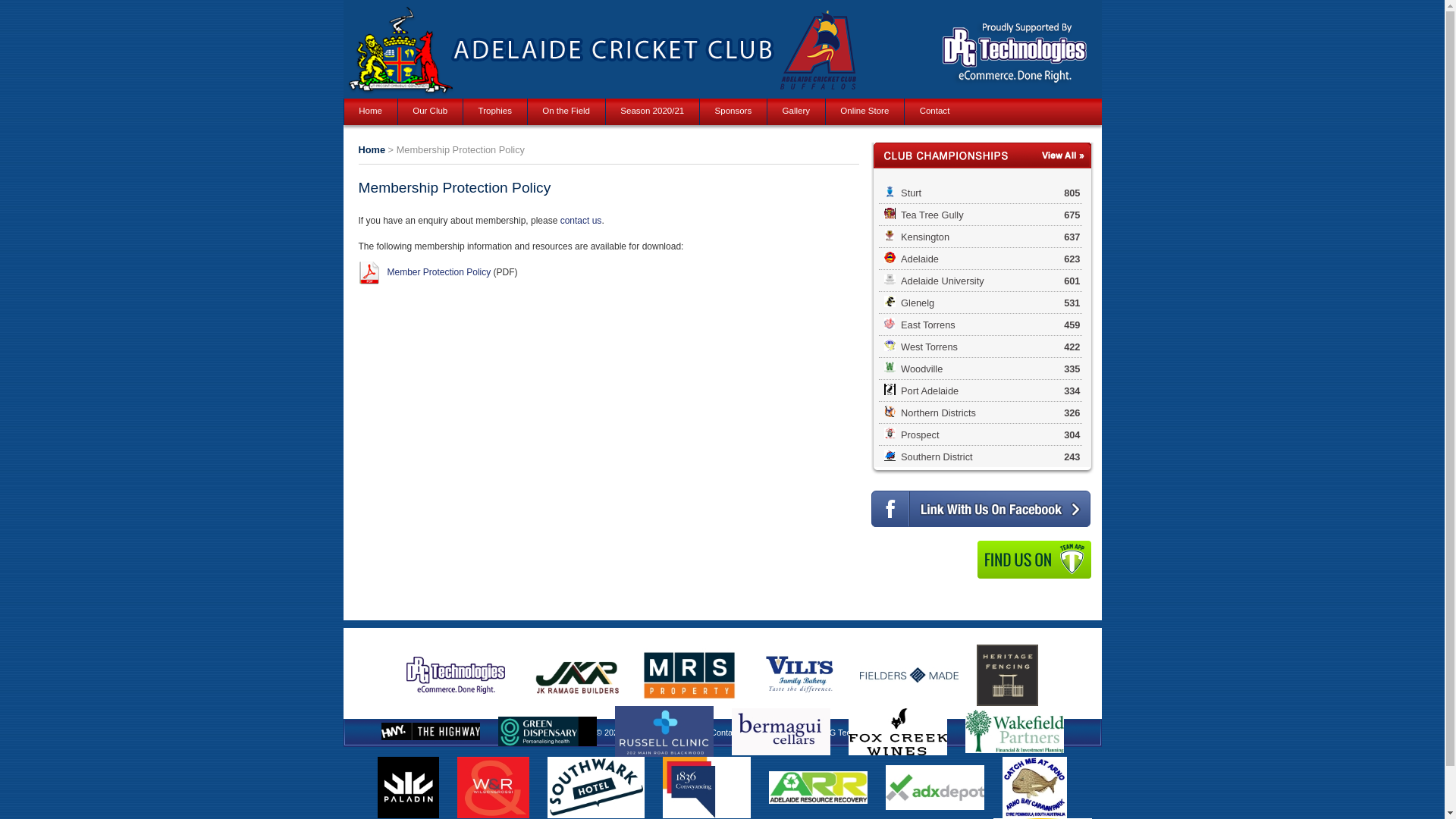  I want to click on 'Season 2020/21', so click(604, 110).